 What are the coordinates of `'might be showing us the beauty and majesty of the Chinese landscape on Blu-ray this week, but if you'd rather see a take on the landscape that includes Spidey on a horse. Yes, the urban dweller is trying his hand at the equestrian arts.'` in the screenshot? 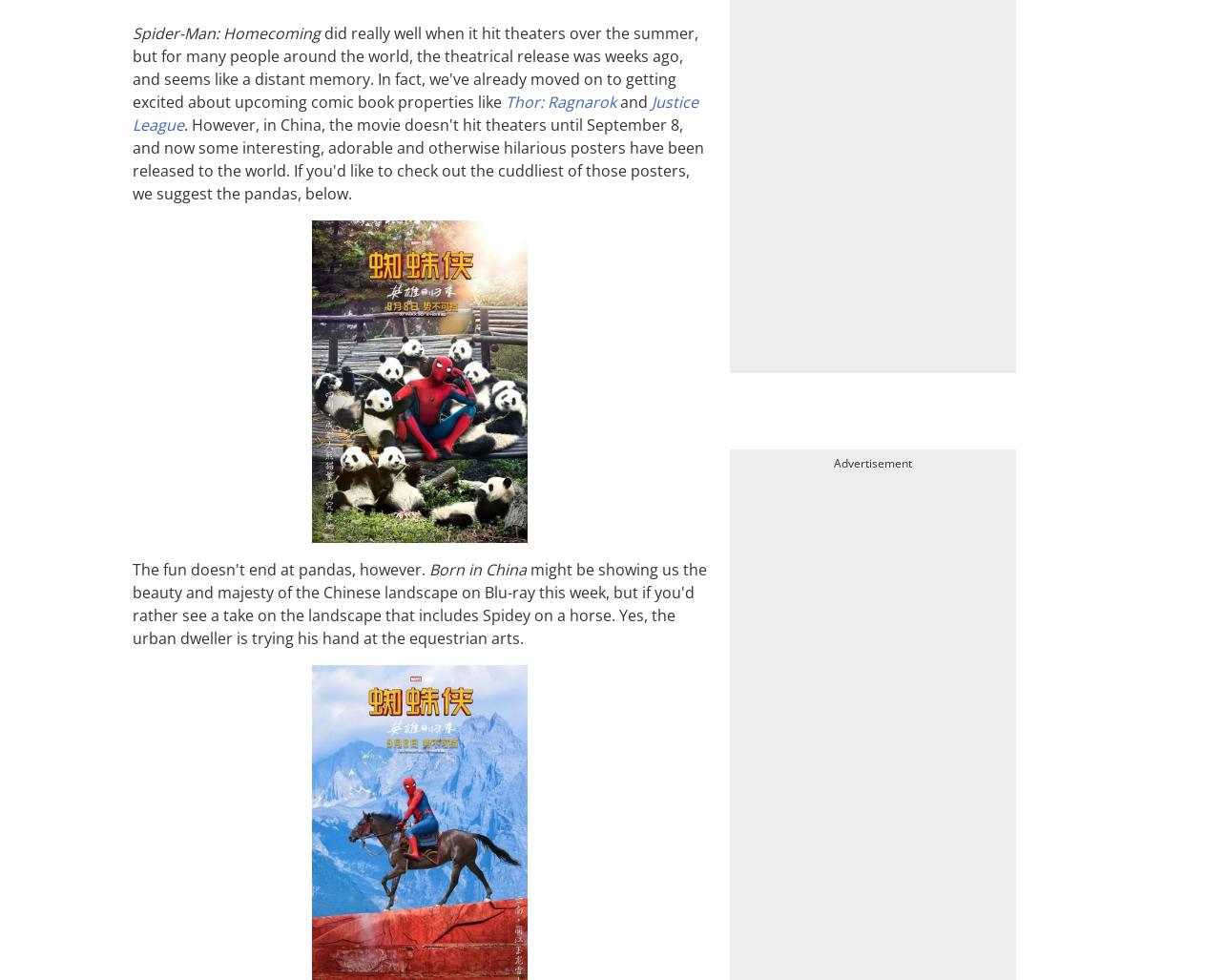 It's located at (133, 603).